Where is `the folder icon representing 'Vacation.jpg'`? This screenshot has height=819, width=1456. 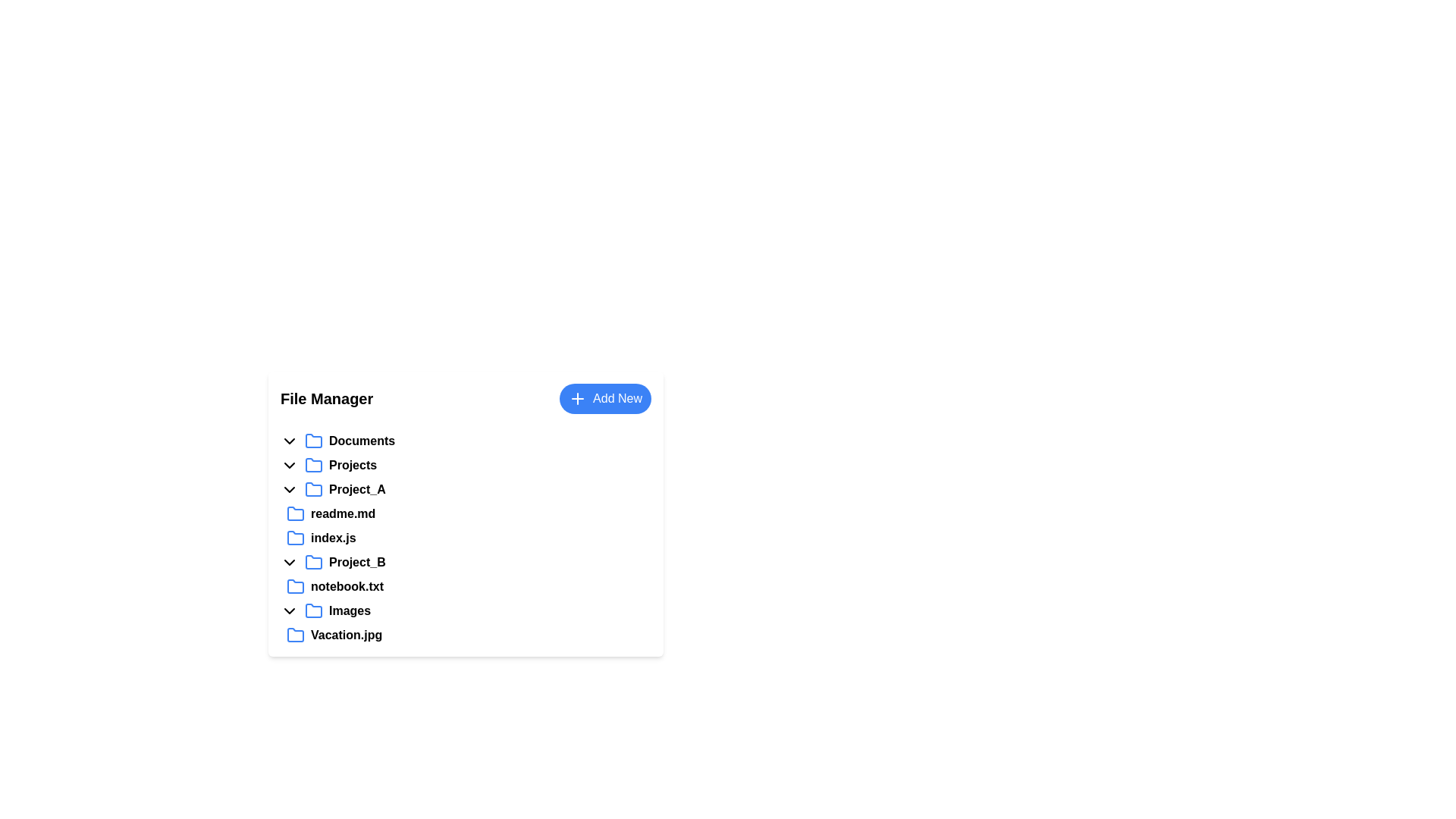
the folder icon representing 'Vacation.jpg' is located at coordinates (295, 635).